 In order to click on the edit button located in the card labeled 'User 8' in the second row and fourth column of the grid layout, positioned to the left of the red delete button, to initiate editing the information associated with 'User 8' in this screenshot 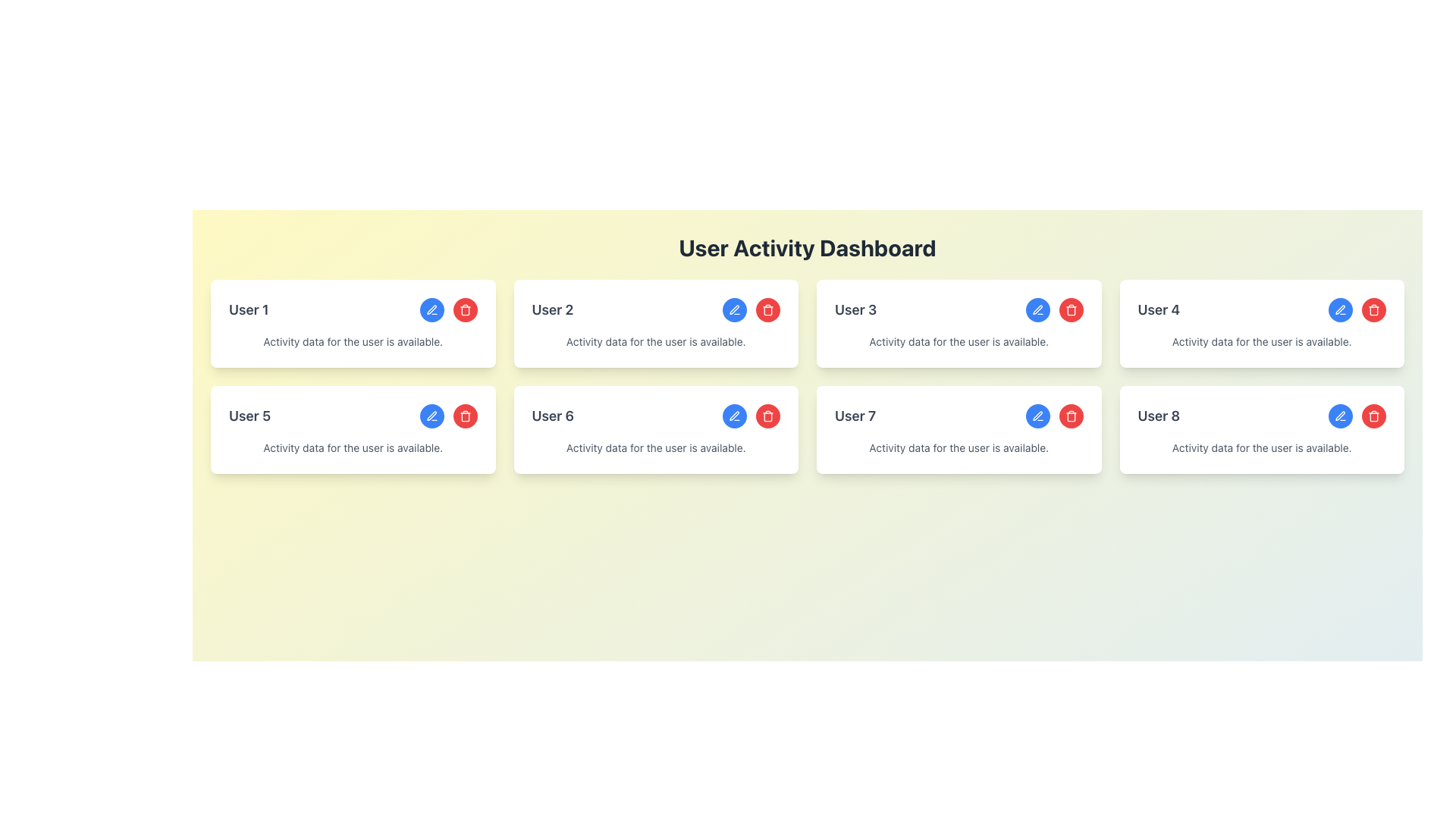, I will do `click(1340, 416)`.